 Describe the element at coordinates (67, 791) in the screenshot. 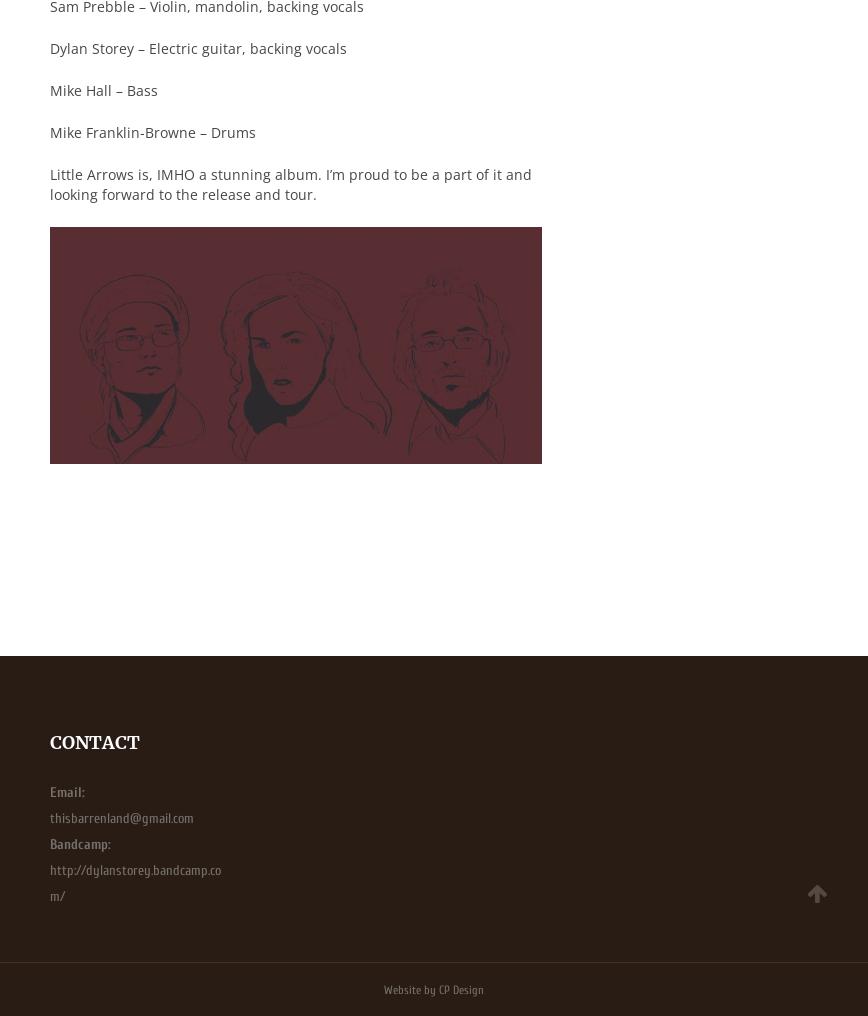

I see `'Email:'` at that location.